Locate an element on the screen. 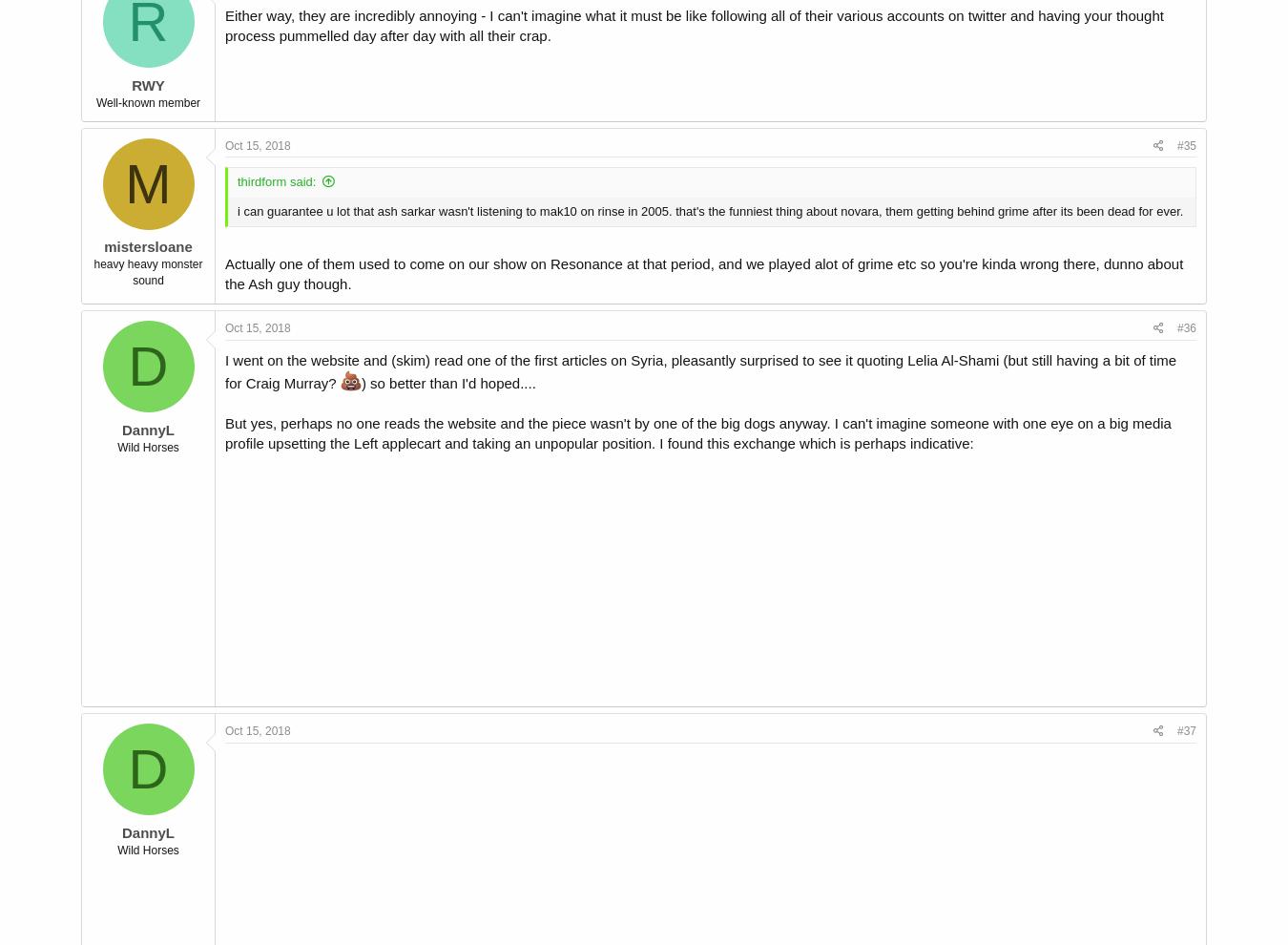  ') so better than I'd hoped....' is located at coordinates (361, 382).